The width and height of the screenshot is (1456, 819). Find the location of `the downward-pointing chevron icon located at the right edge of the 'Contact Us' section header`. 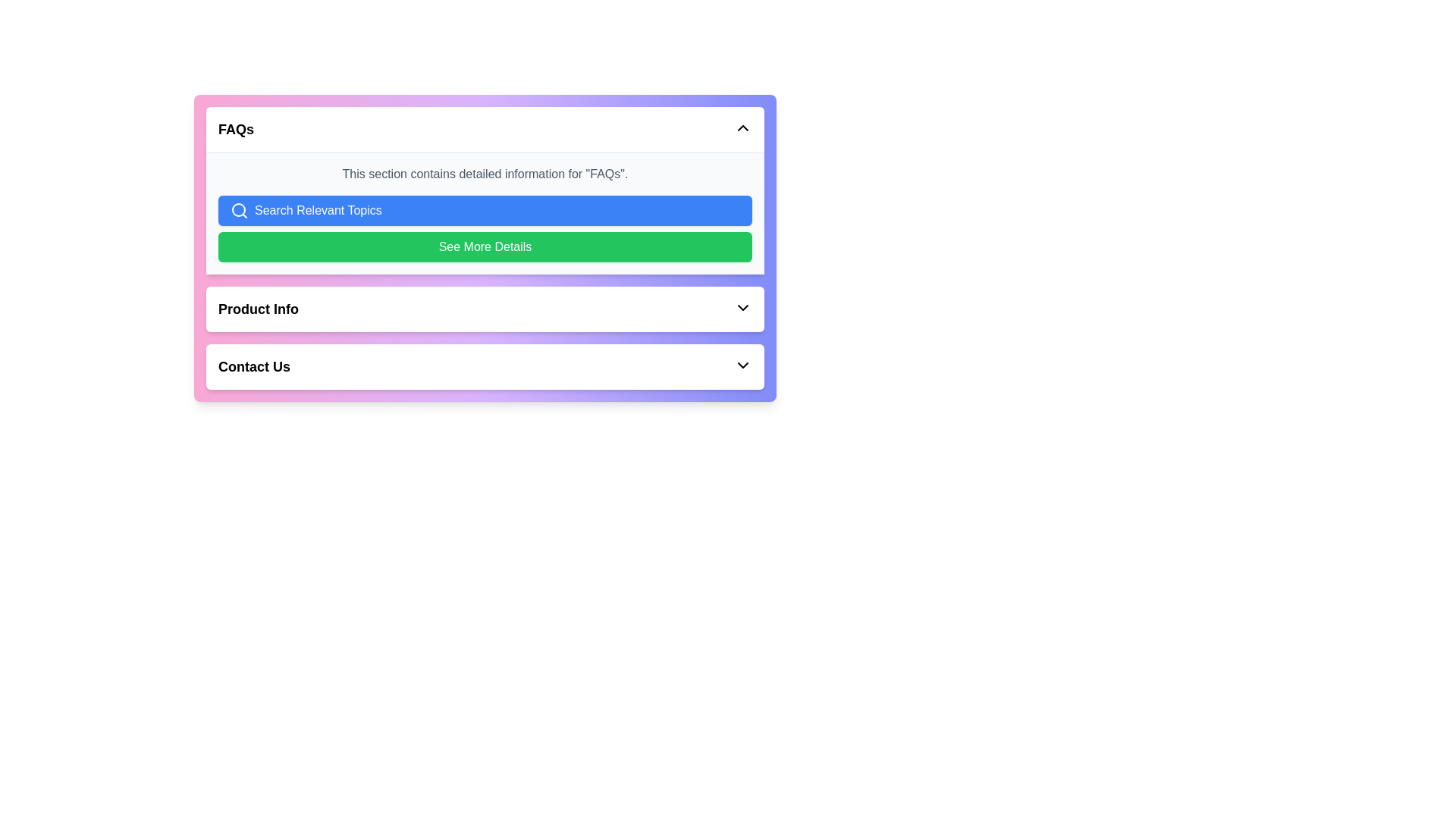

the downward-pointing chevron icon located at the right edge of the 'Contact Us' section header is located at coordinates (742, 366).